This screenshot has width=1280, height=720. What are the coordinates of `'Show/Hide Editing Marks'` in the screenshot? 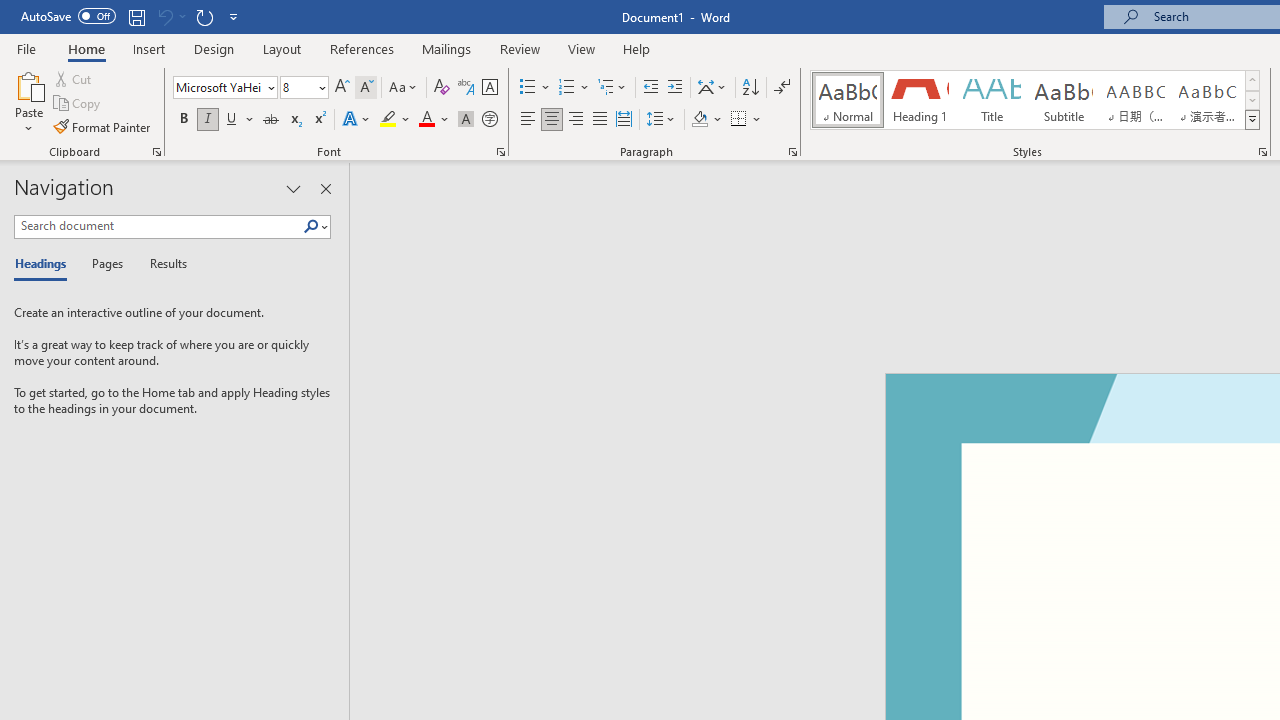 It's located at (781, 86).